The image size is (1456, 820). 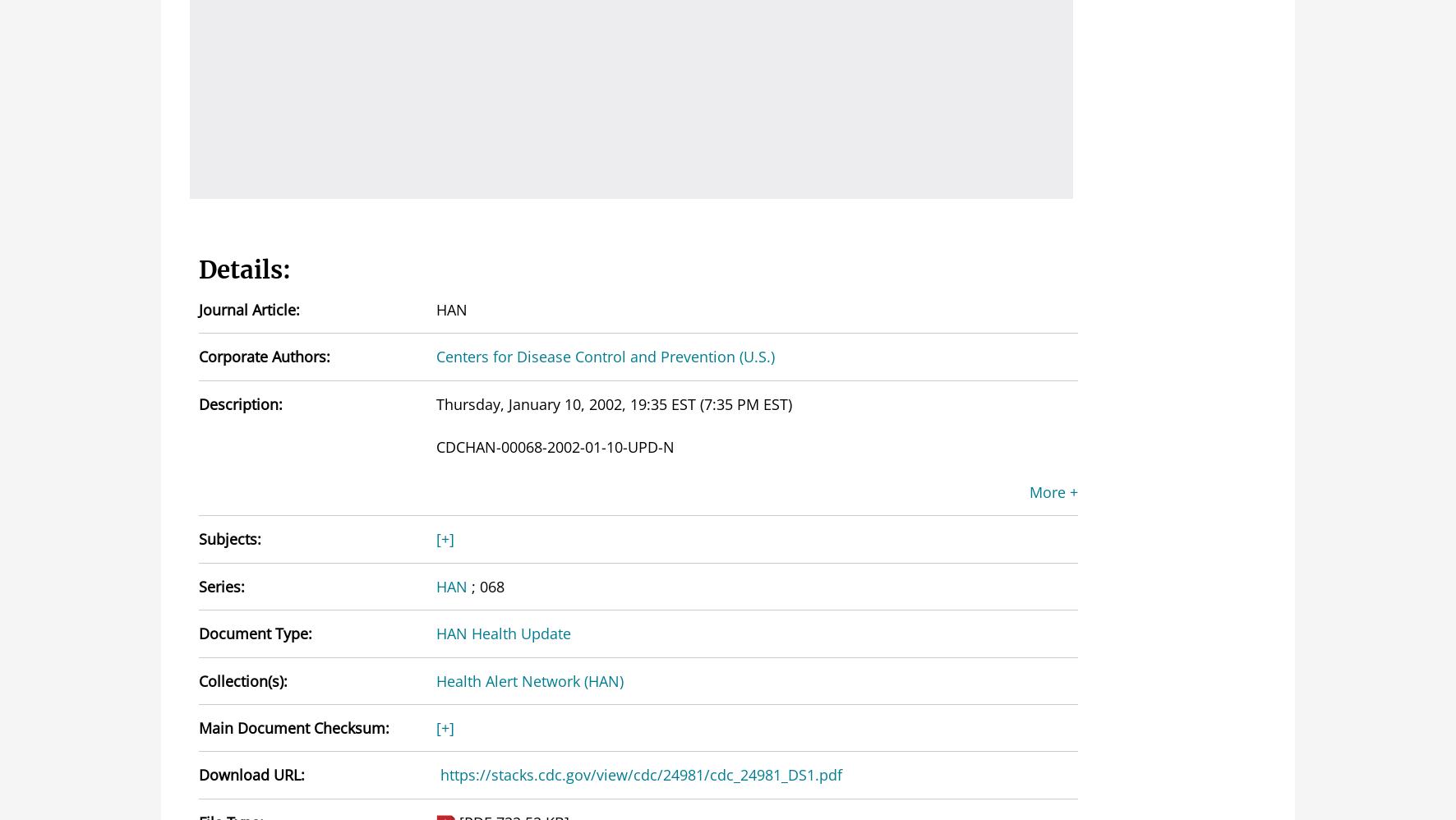 I want to click on 'Collection(s):', so click(x=242, y=680).